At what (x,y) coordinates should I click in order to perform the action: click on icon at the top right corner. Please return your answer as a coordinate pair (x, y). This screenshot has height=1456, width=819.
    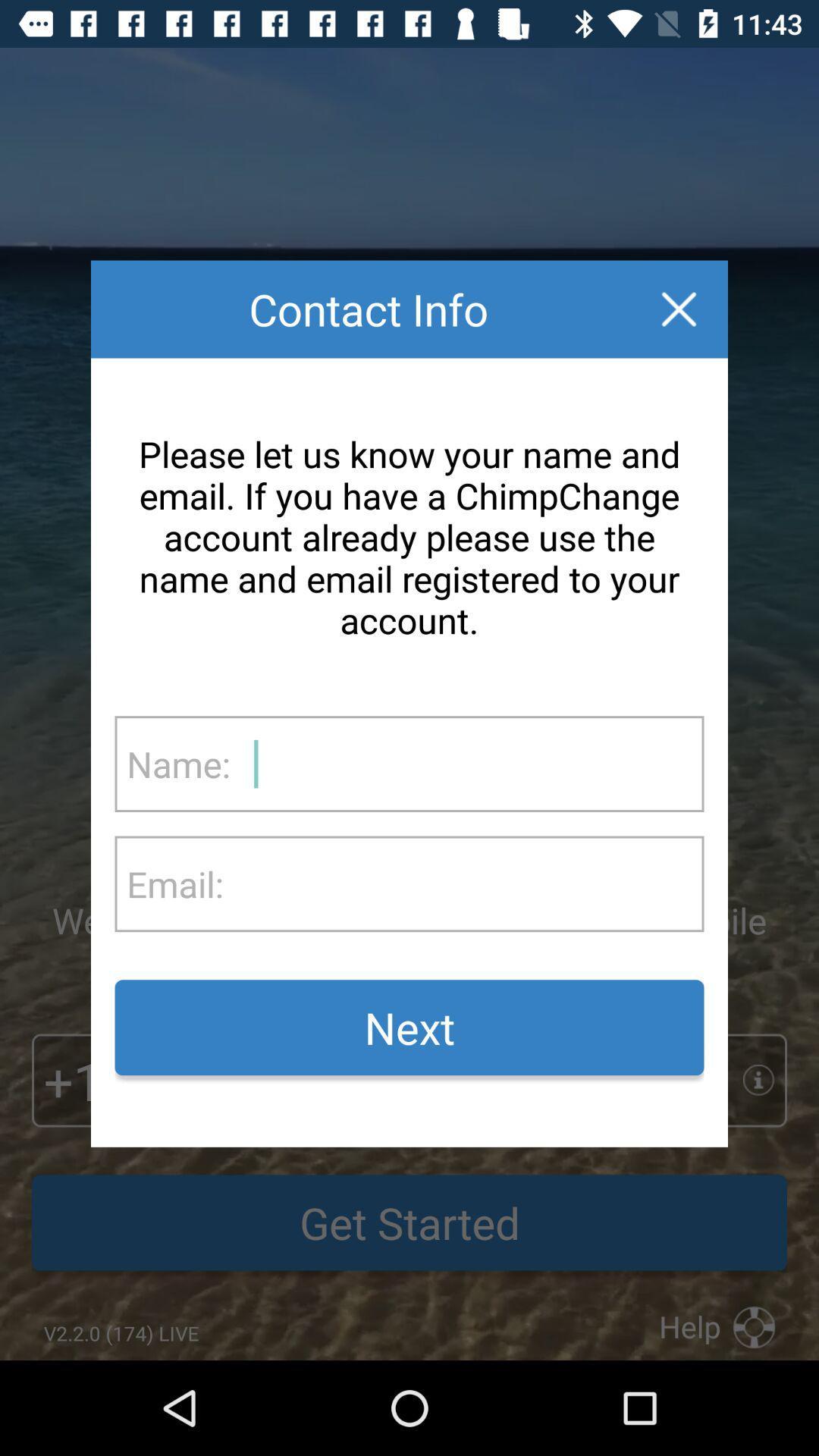
    Looking at the image, I should click on (678, 309).